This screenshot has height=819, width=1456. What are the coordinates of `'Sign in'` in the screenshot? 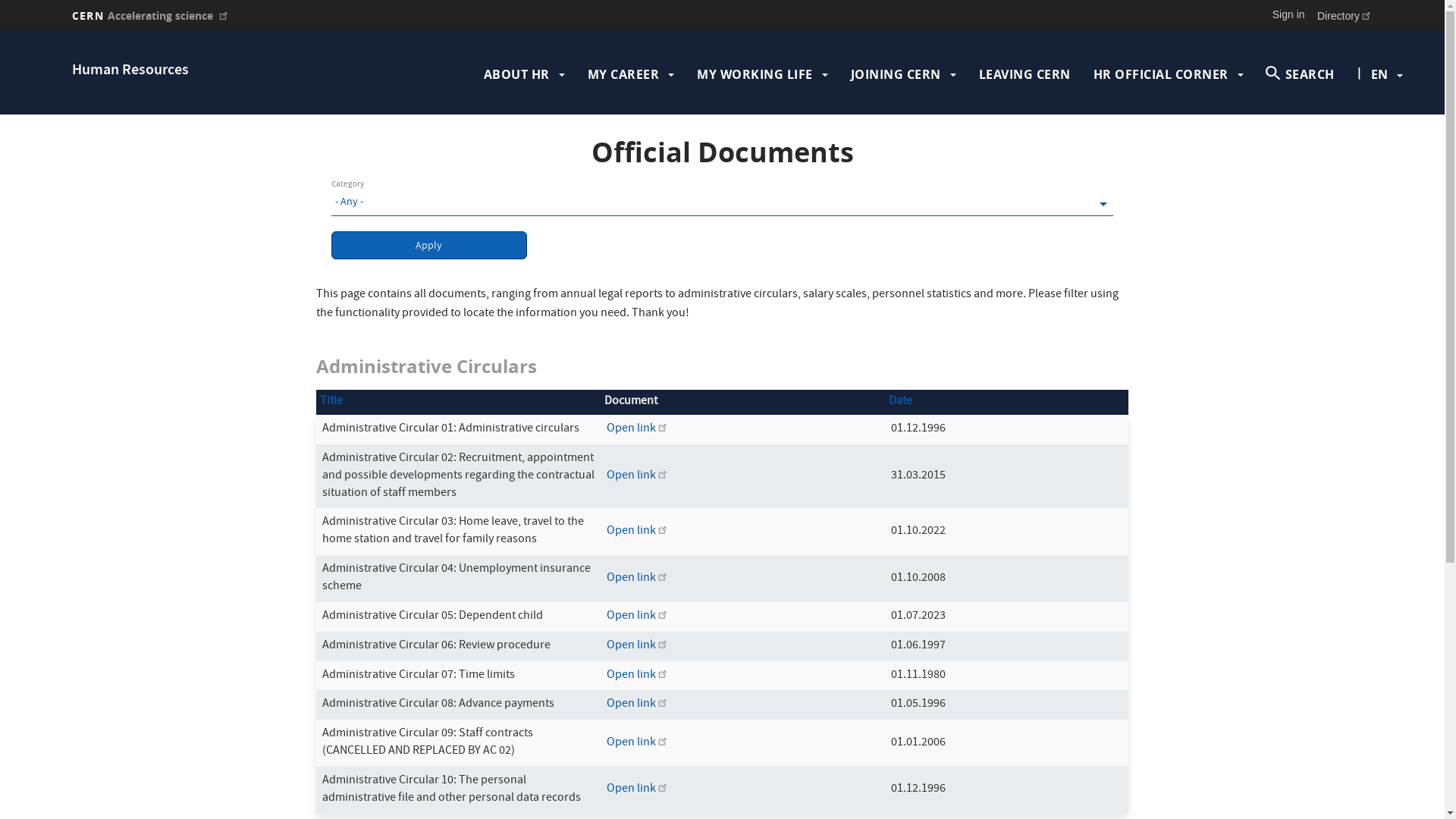 It's located at (1288, 14).